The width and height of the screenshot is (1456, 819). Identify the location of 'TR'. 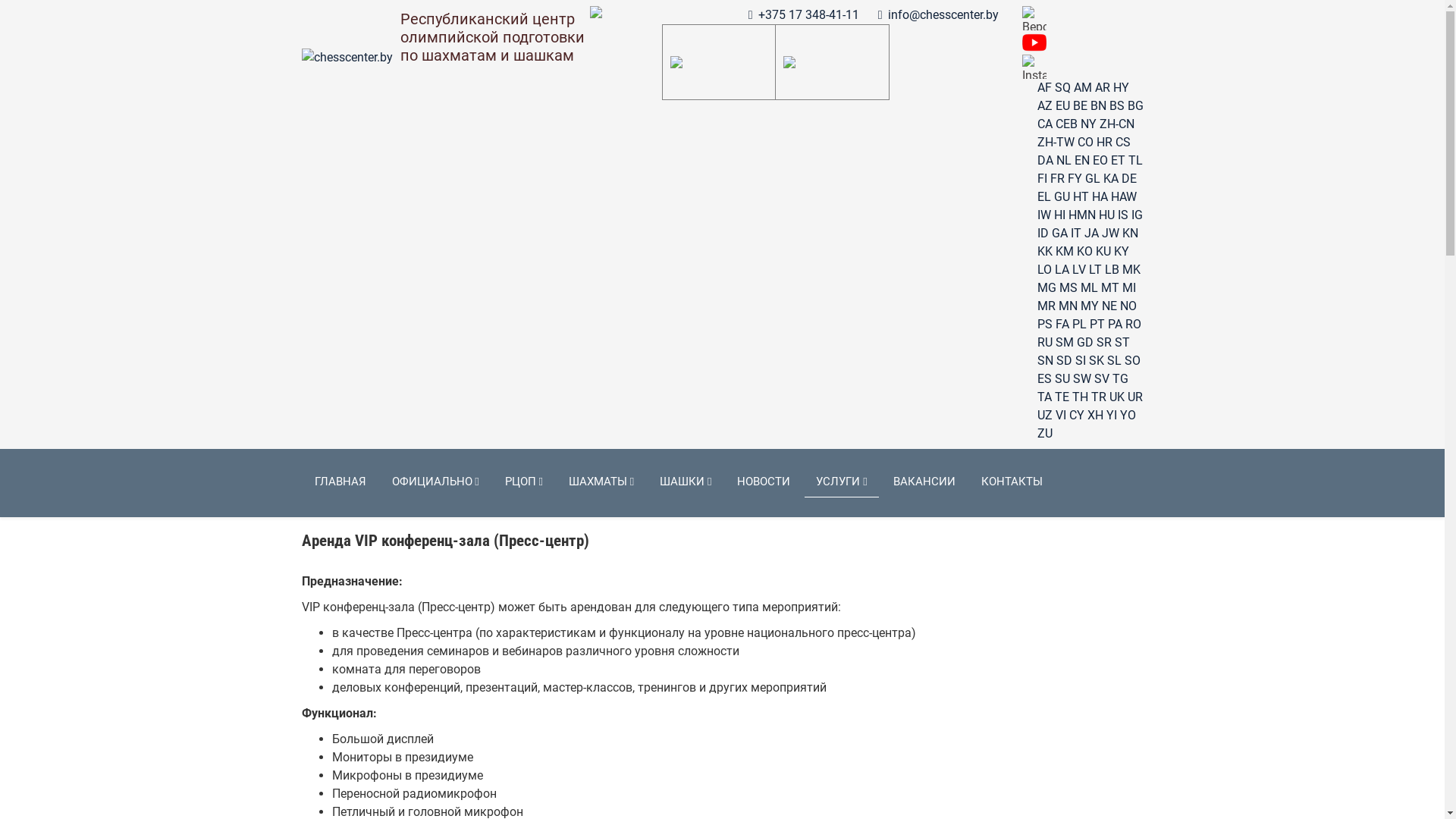
(1098, 396).